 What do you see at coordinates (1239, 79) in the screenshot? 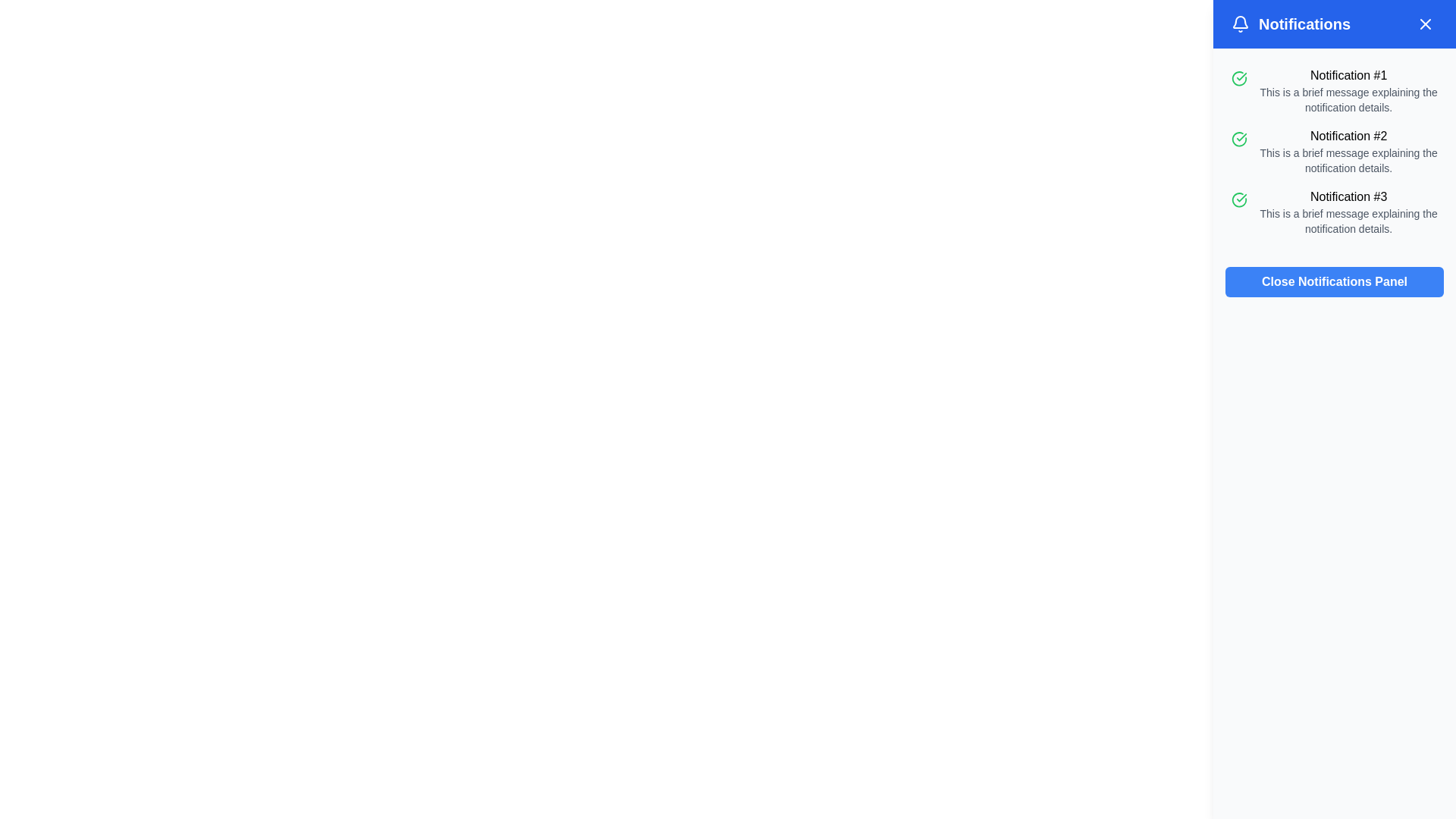
I see `the circular green icon with a check sign located beside the text content of 'Notification #1'` at bounding box center [1239, 79].